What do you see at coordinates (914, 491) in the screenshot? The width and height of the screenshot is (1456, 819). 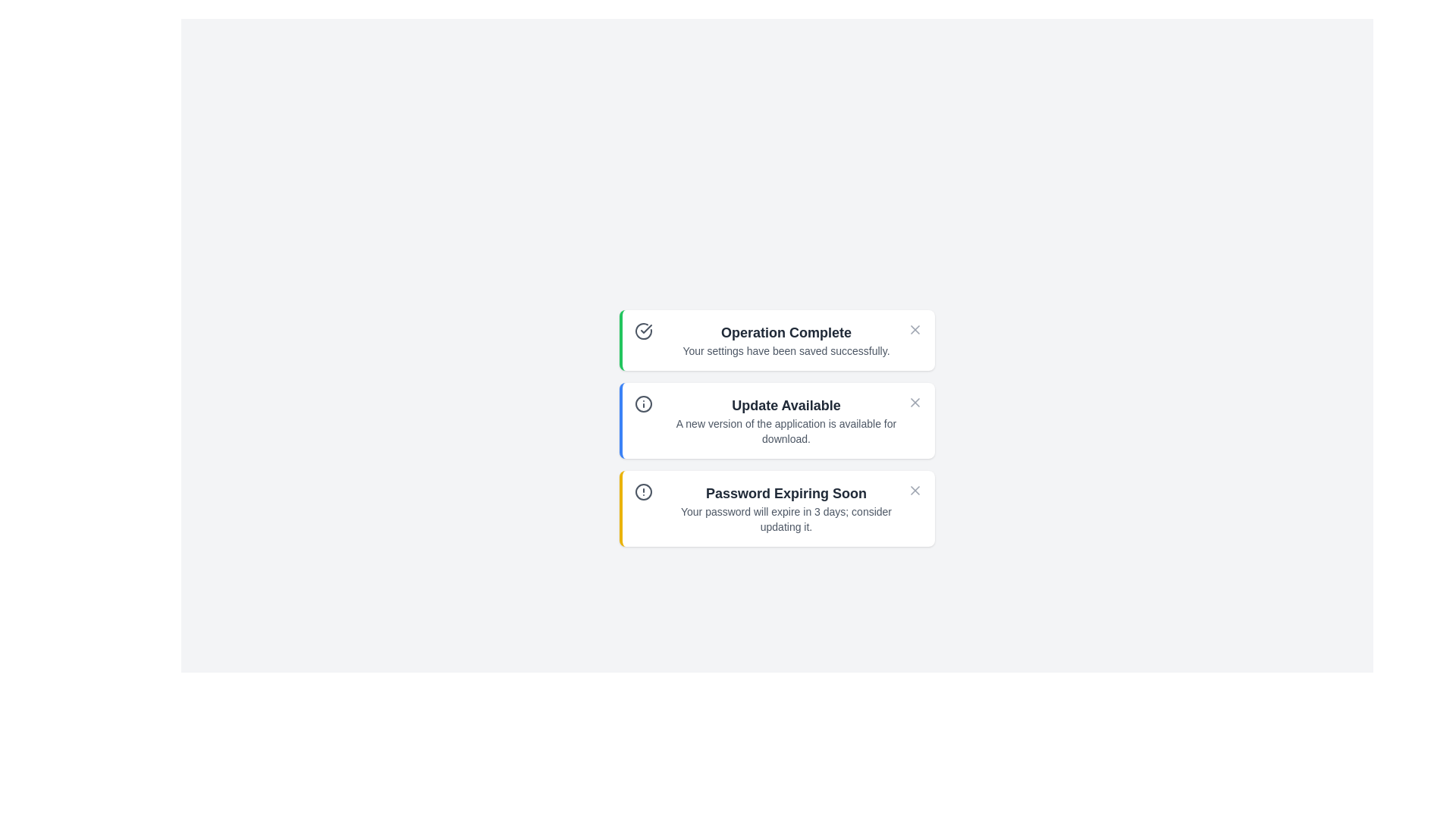 I see `the close button icon represented by a diagonal cross located in the bottom-right corner of the third notification panel displaying 'Password Expiring Soon.'` at bounding box center [914, 491].